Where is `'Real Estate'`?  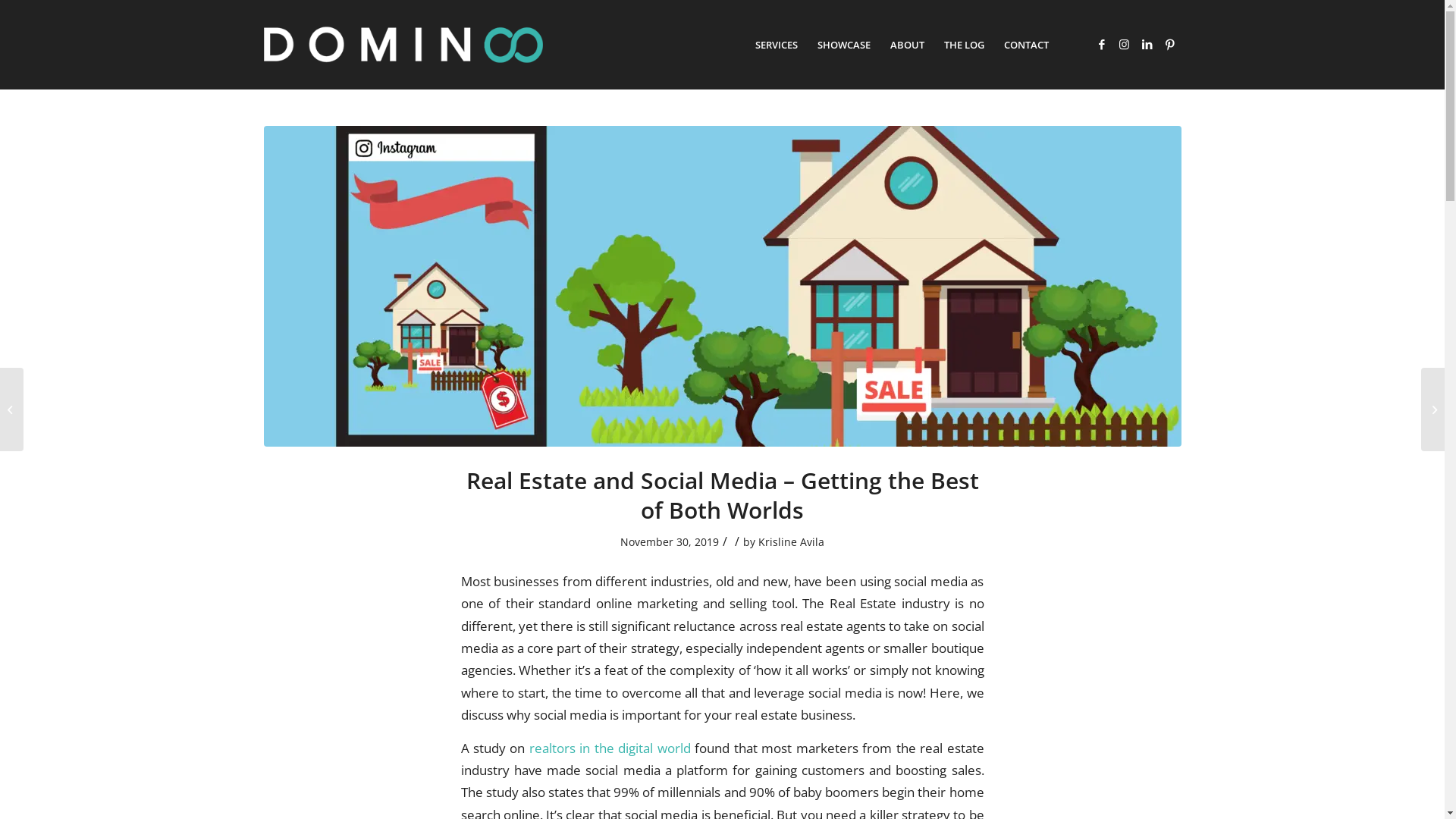
'Real Estate' is located at coordinates (722, 286).